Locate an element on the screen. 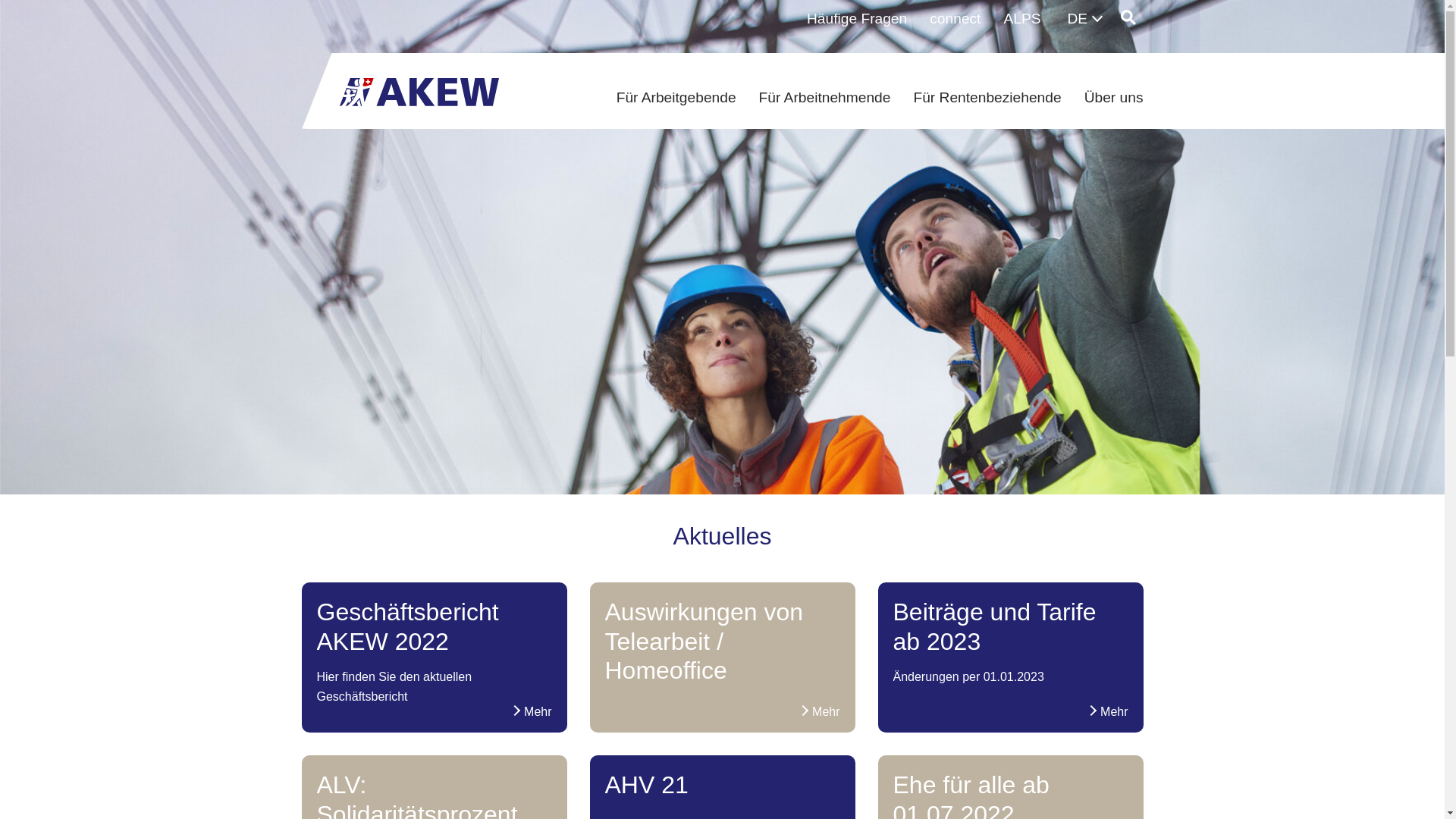 The width and height of the screenshot is (1456, 819). 'Auswirkungen von Telearbeit / Homeoffice is located at coordinates (722, 646).